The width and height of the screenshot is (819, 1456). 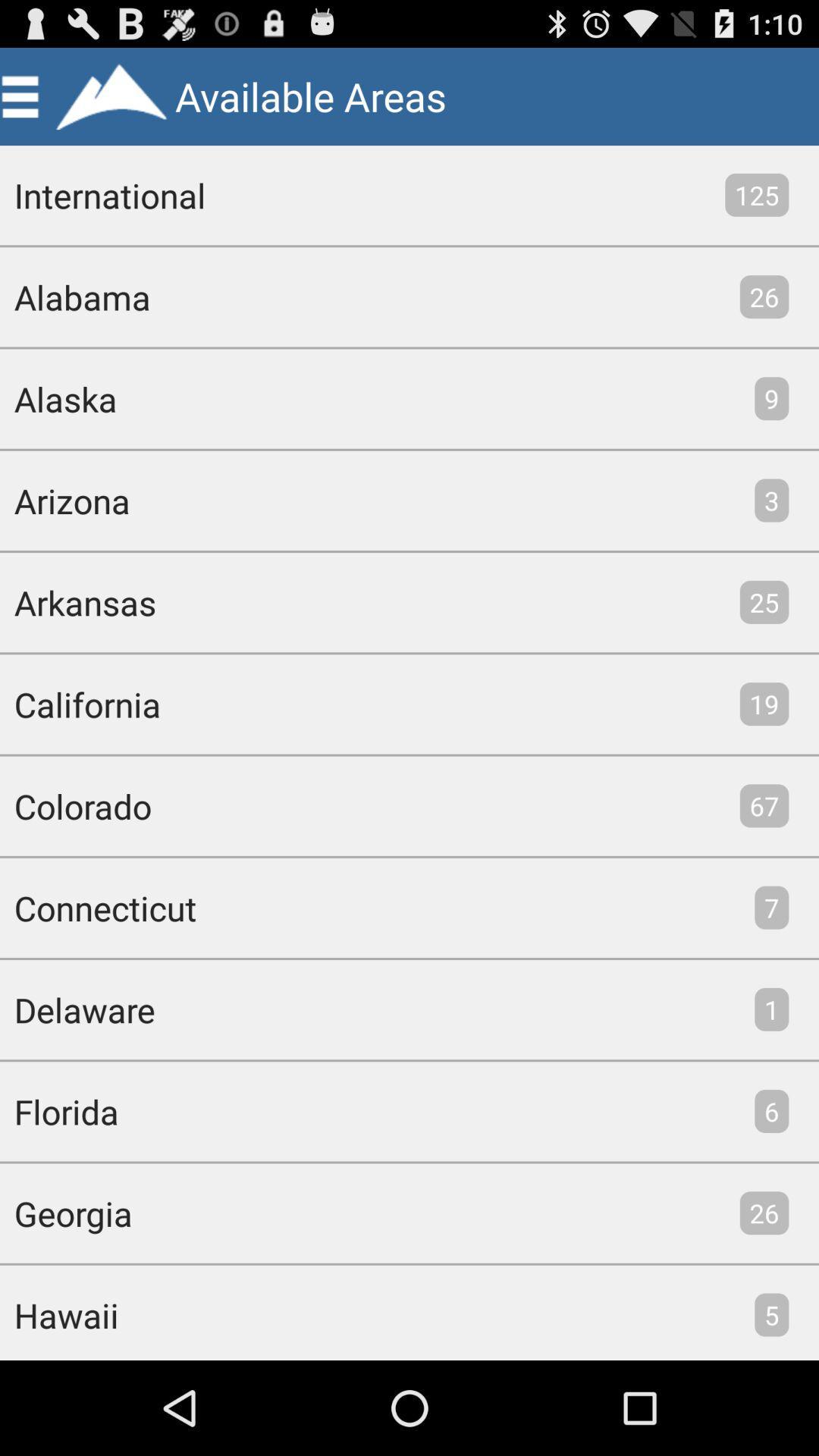 What do you see at coordinates (771, 500) in the screenshot?
I see `item above the 25 item` at bounding box center [771, 500].